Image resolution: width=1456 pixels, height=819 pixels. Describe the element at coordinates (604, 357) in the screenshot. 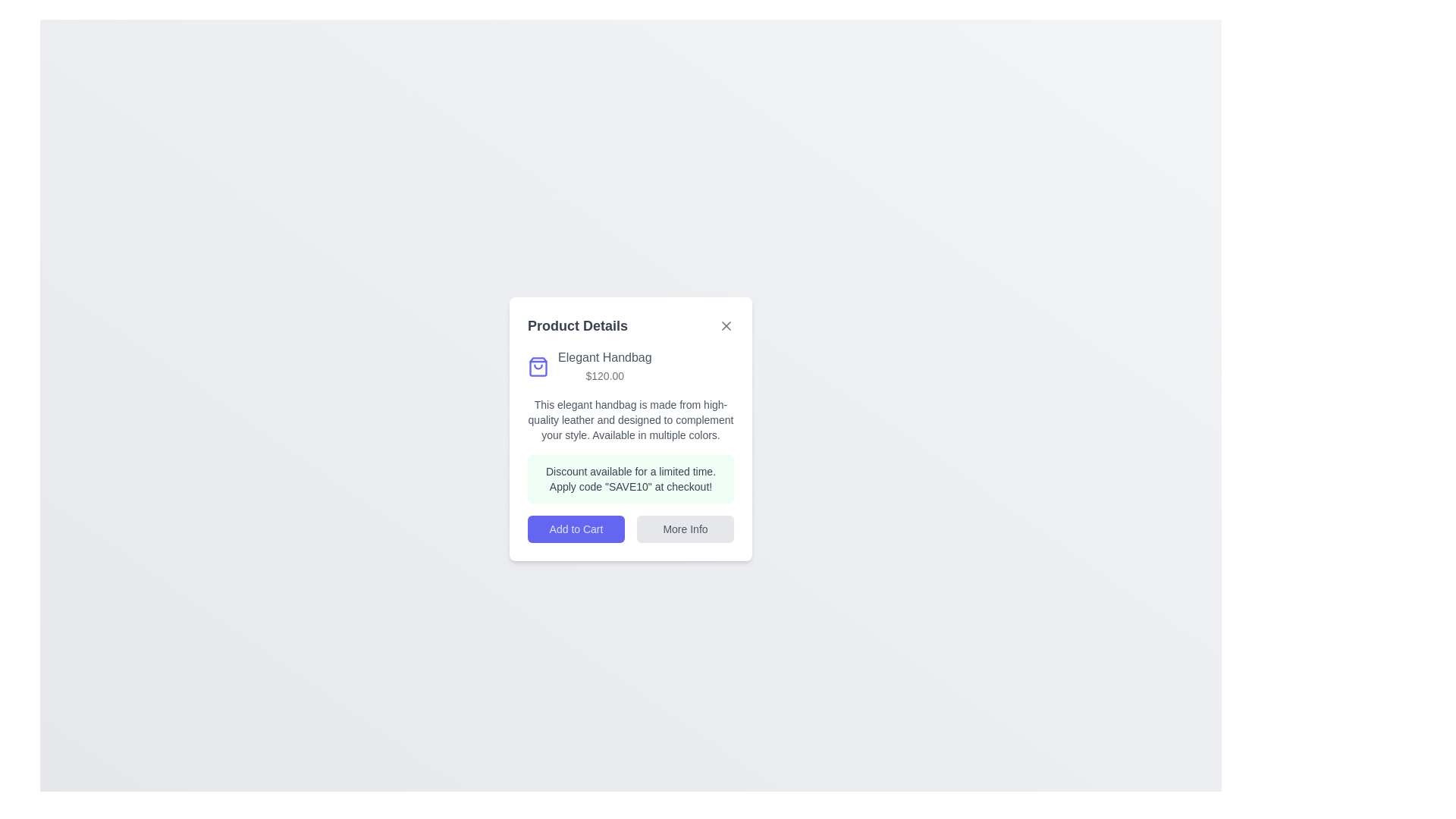

I see `the text label displaying 'Elegant Handbag', which is prominently located at the top of the details section, above the price '$120.00'` at that location.